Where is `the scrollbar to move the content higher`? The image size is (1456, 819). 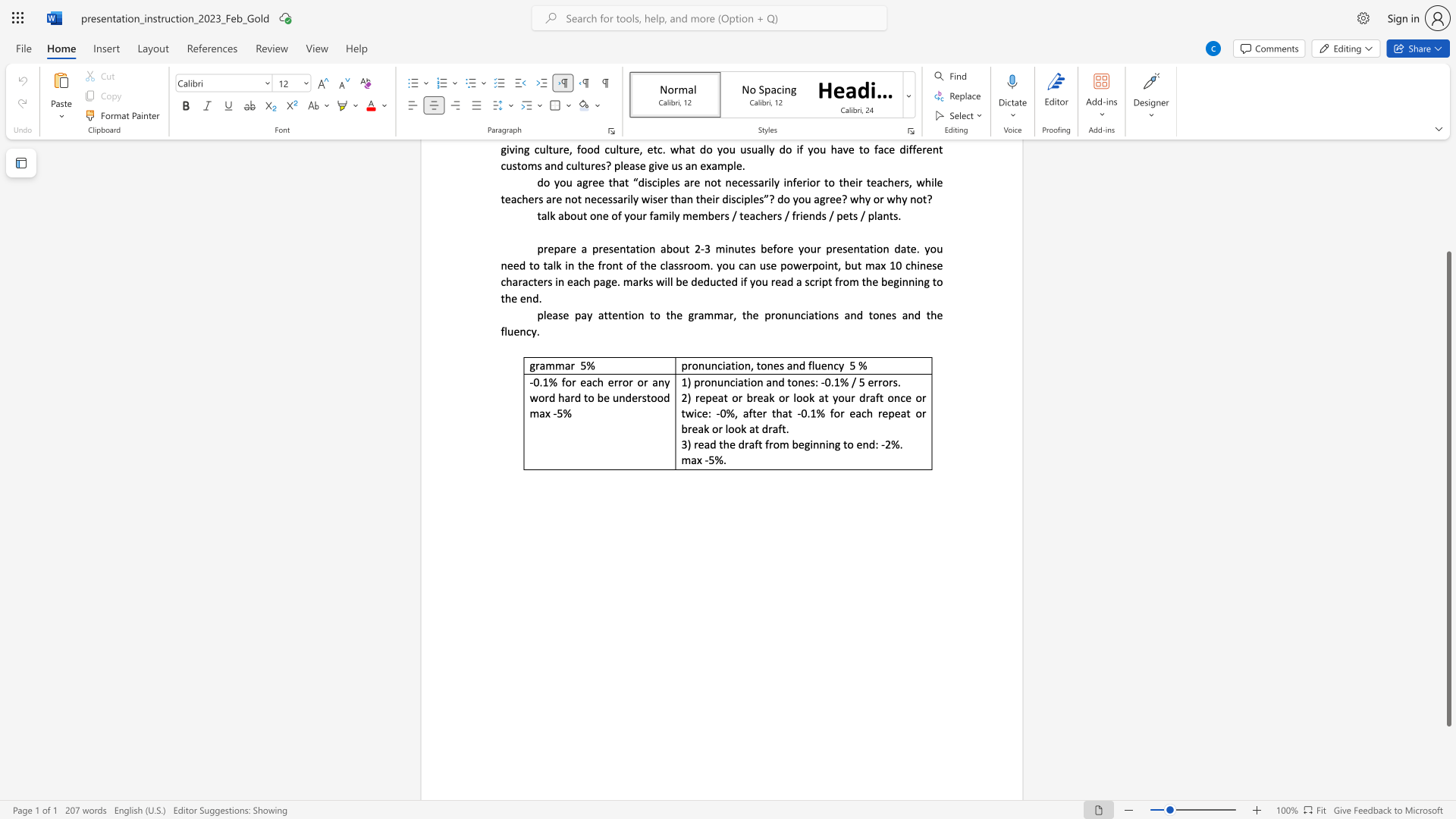 the scrollbar to move the content higher is located at coordinates (1448, 212).